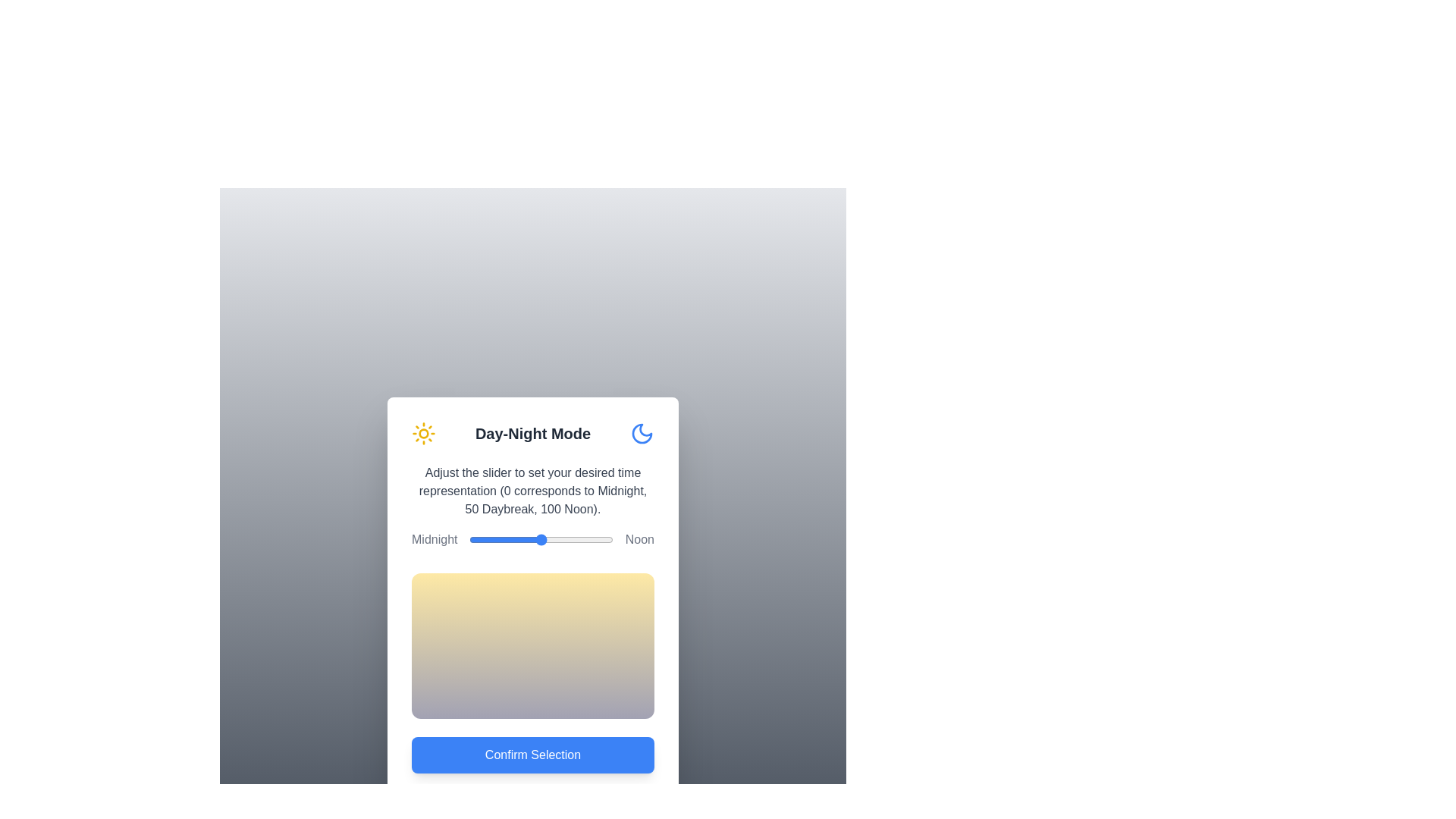 This screenshot has height=819, width=1456. What do you see at coordinates (469, 539) in the screenshot?
I see `the slider to set the time representation to 0, observing the gradient change` at bounding box center [469, 539].